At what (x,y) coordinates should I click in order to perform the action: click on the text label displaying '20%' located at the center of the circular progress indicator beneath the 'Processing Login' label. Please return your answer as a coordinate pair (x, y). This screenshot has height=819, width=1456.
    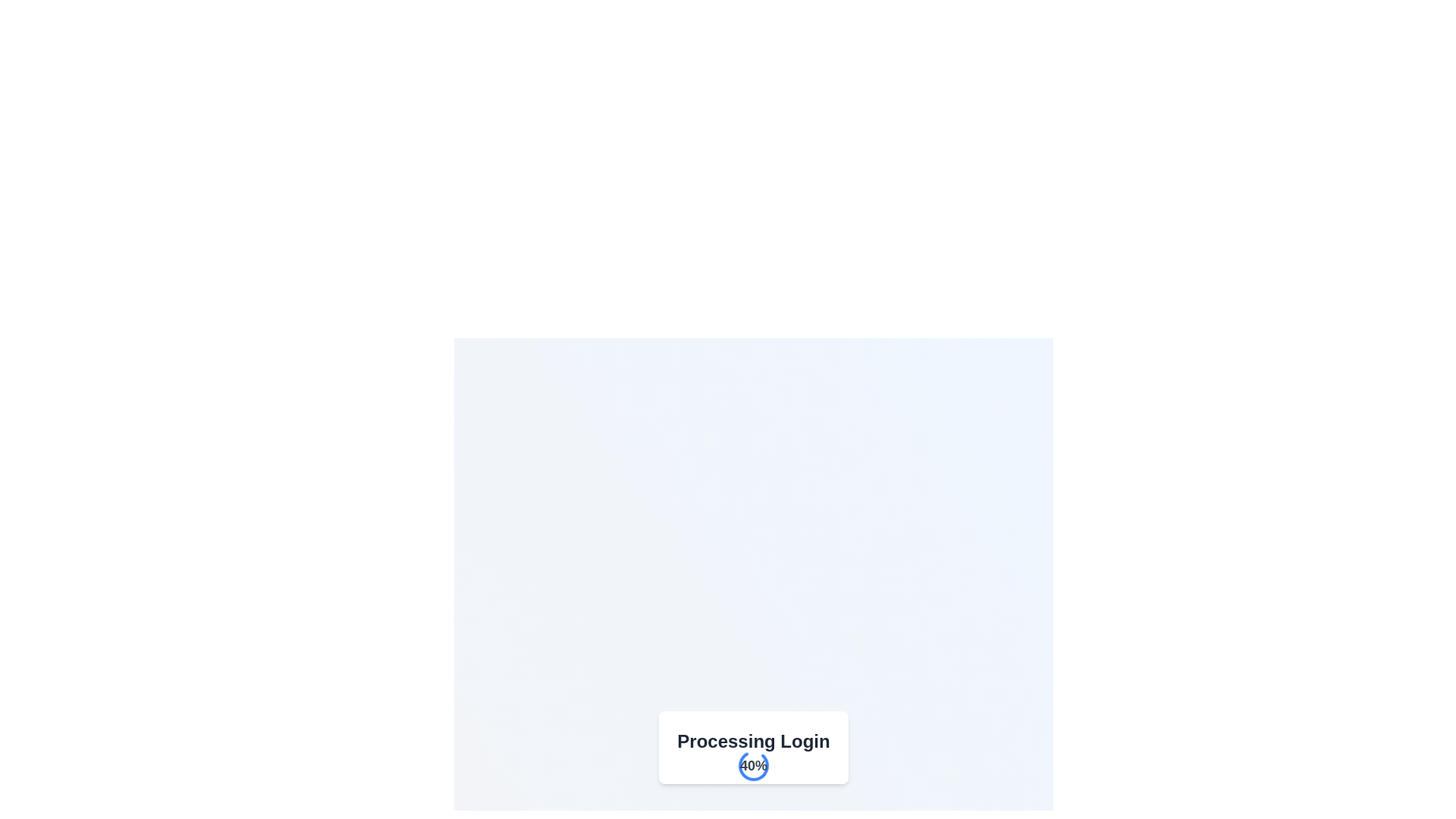
    Looking at the image, I should click on (753, 766).